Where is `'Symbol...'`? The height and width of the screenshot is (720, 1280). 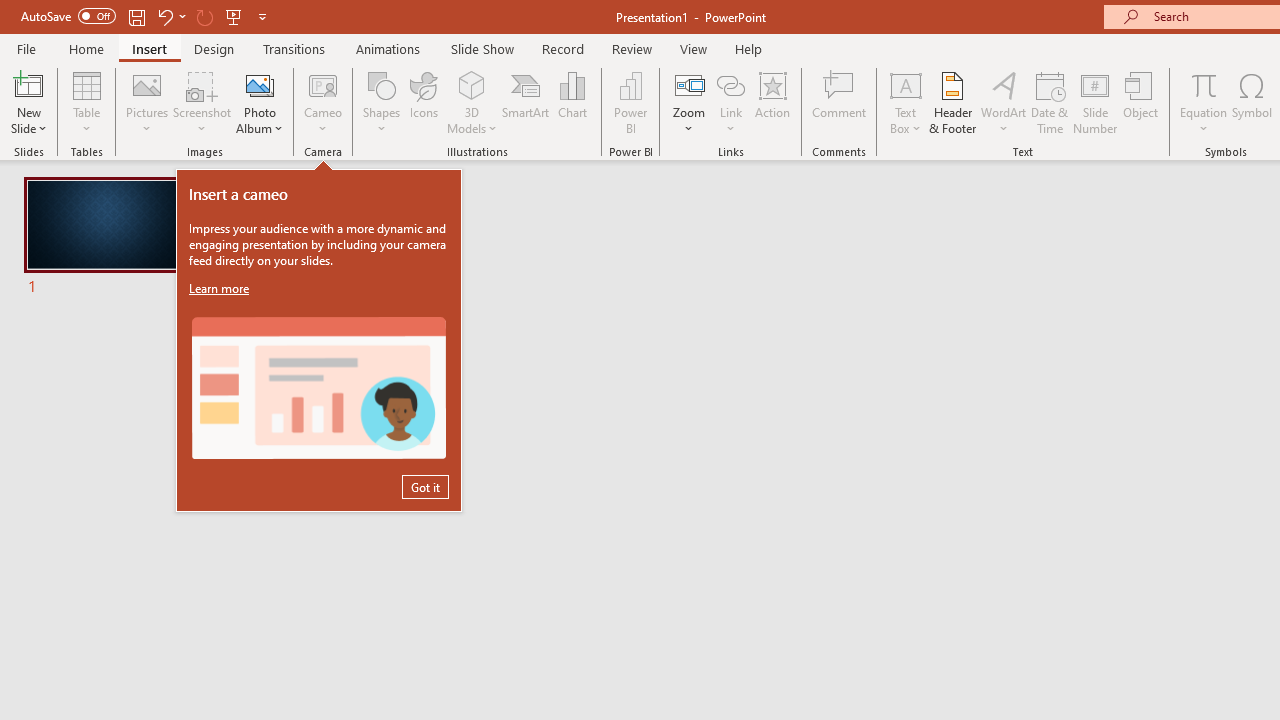
'Symbol...' is located at coordinates (1251, 103).